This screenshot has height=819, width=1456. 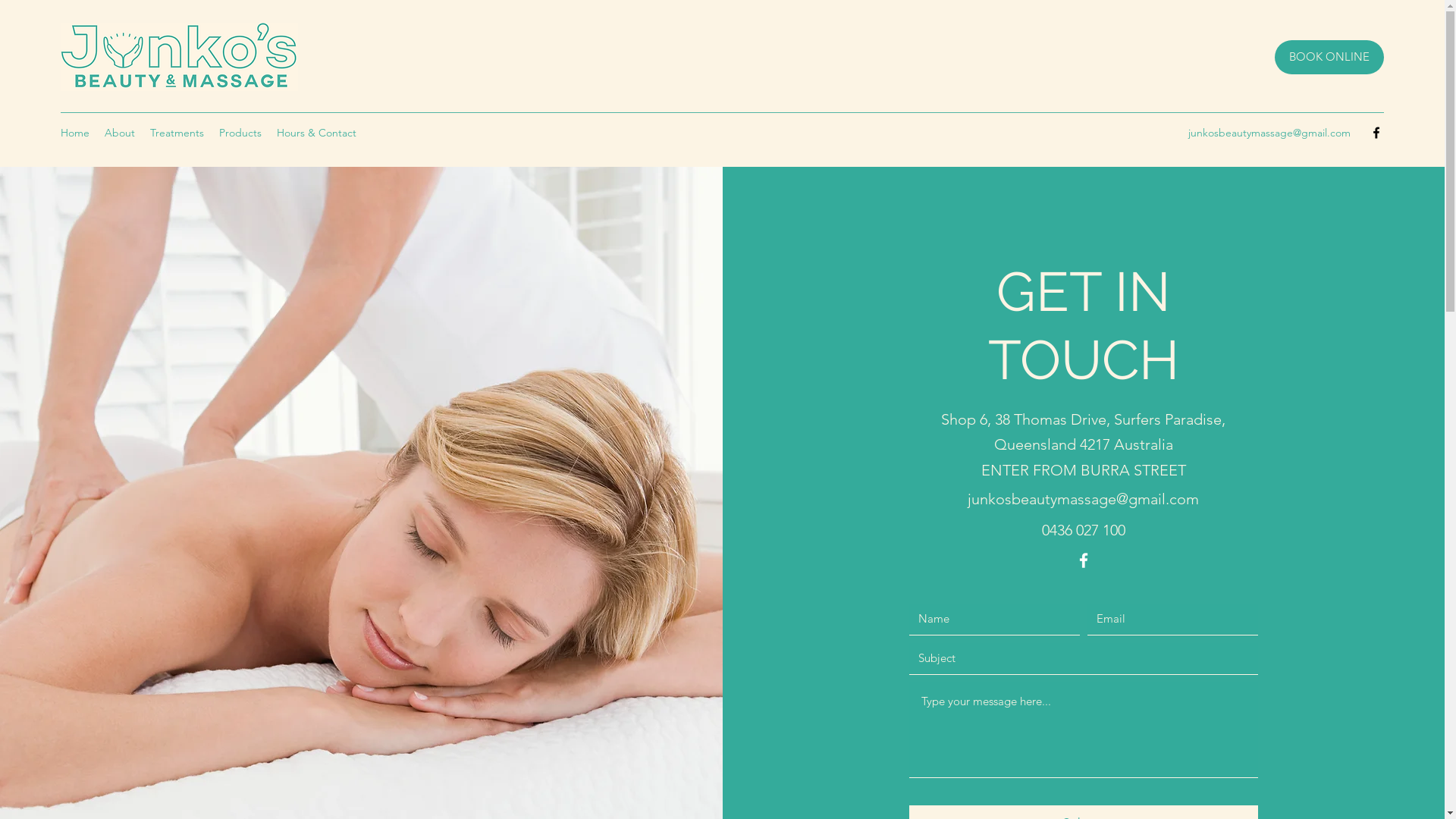 What do you see at coordinates (1269, 131) in the screenshot?
I see `'junkosbeautymassage@gmail.com'` at bounding box center [1269, 131].